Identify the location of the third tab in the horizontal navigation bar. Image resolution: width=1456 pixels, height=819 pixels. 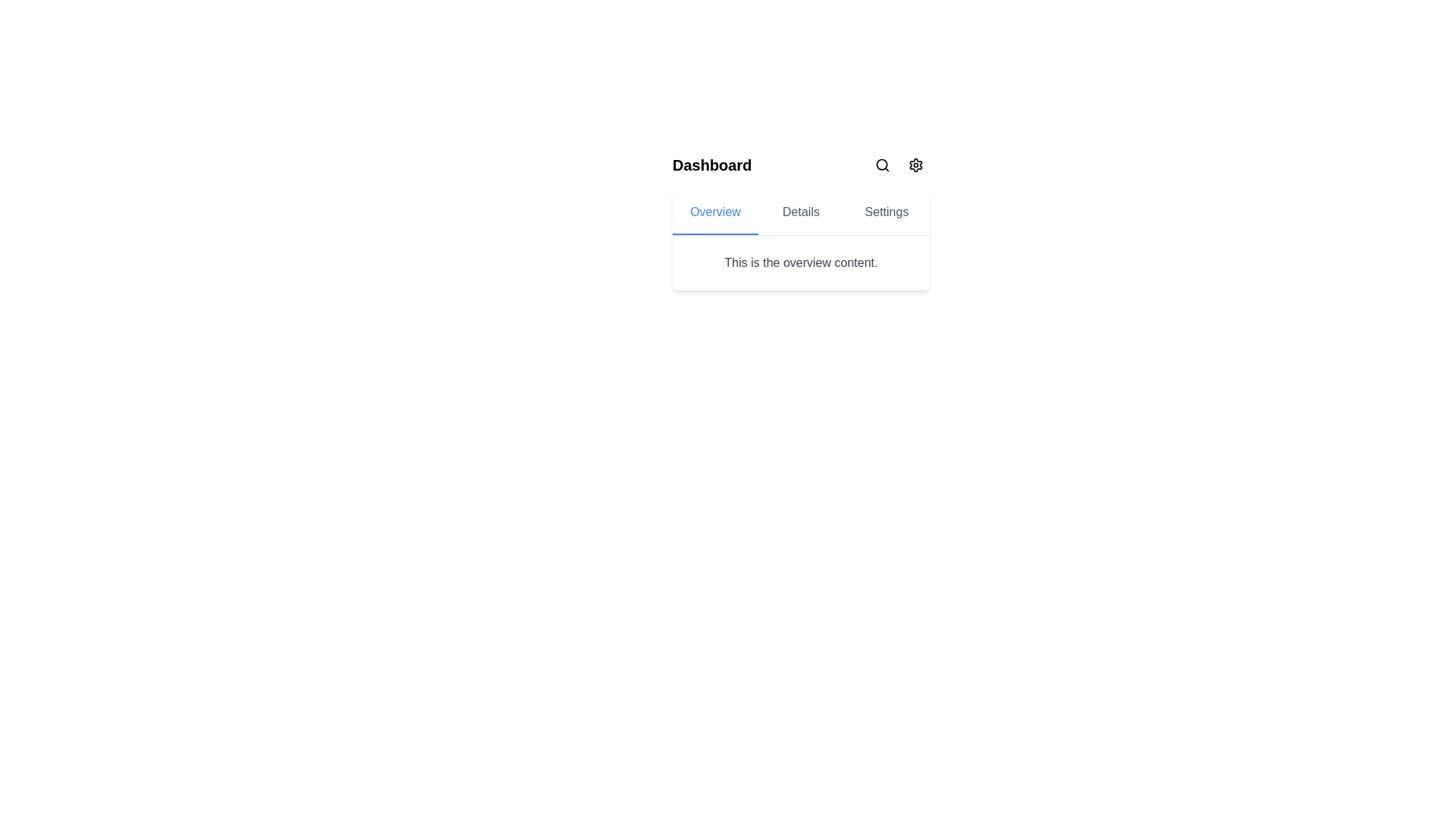
(886, 213).